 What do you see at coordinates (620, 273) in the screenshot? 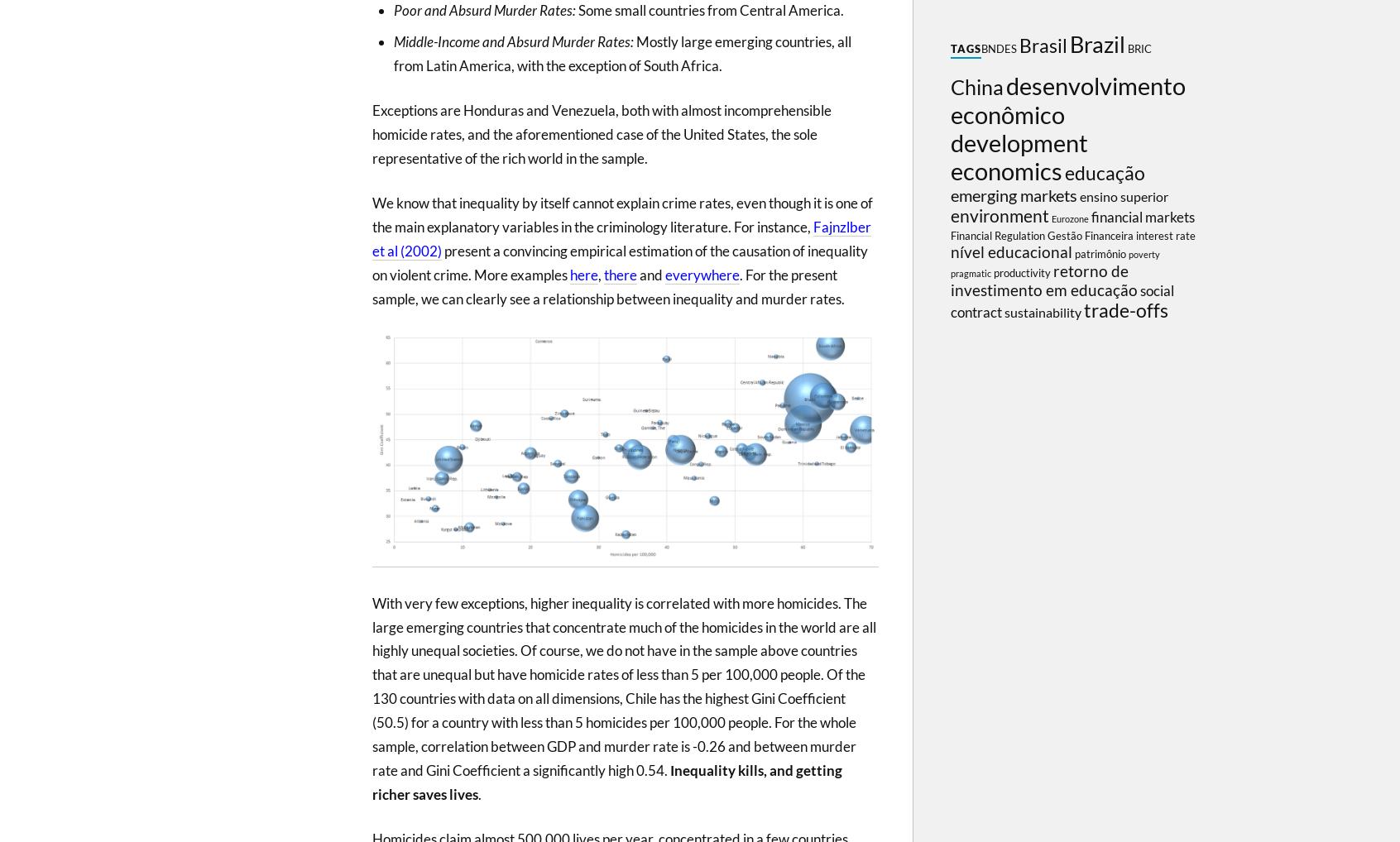
I see `'there'` at bounding box center [620, 273].